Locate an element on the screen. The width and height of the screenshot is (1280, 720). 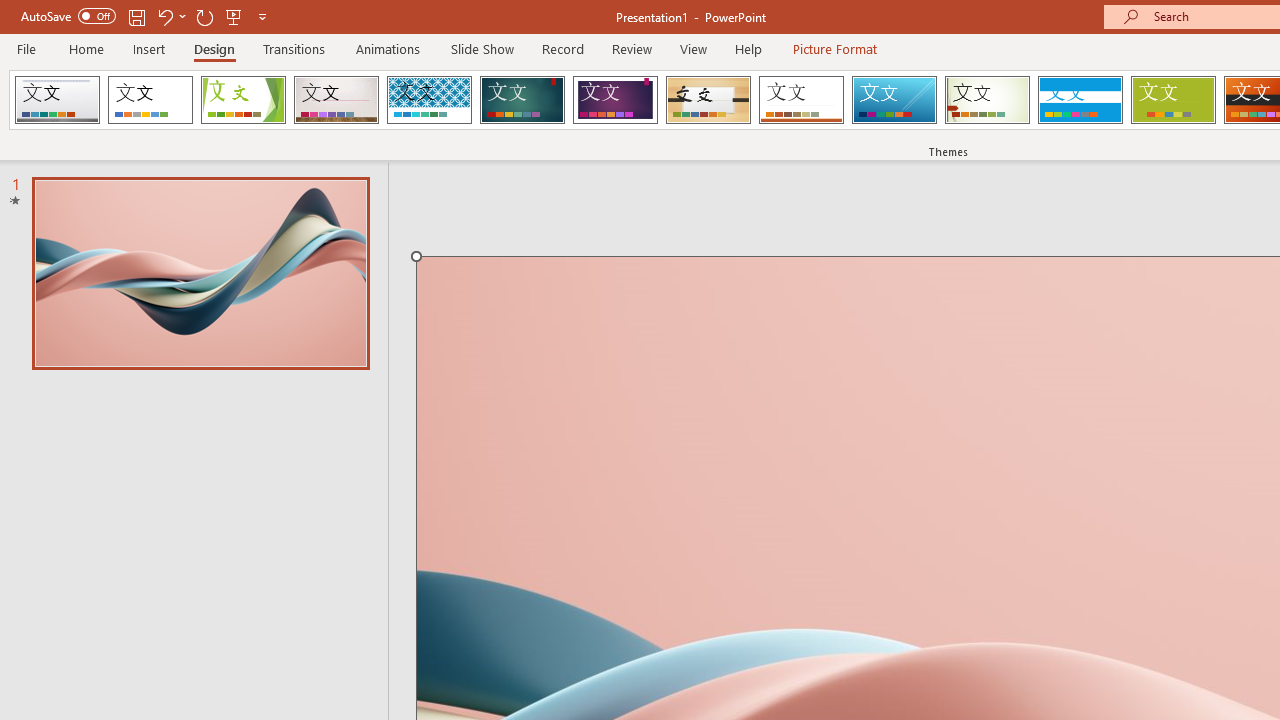
'Banded' is located at coordinates (1079, 100).